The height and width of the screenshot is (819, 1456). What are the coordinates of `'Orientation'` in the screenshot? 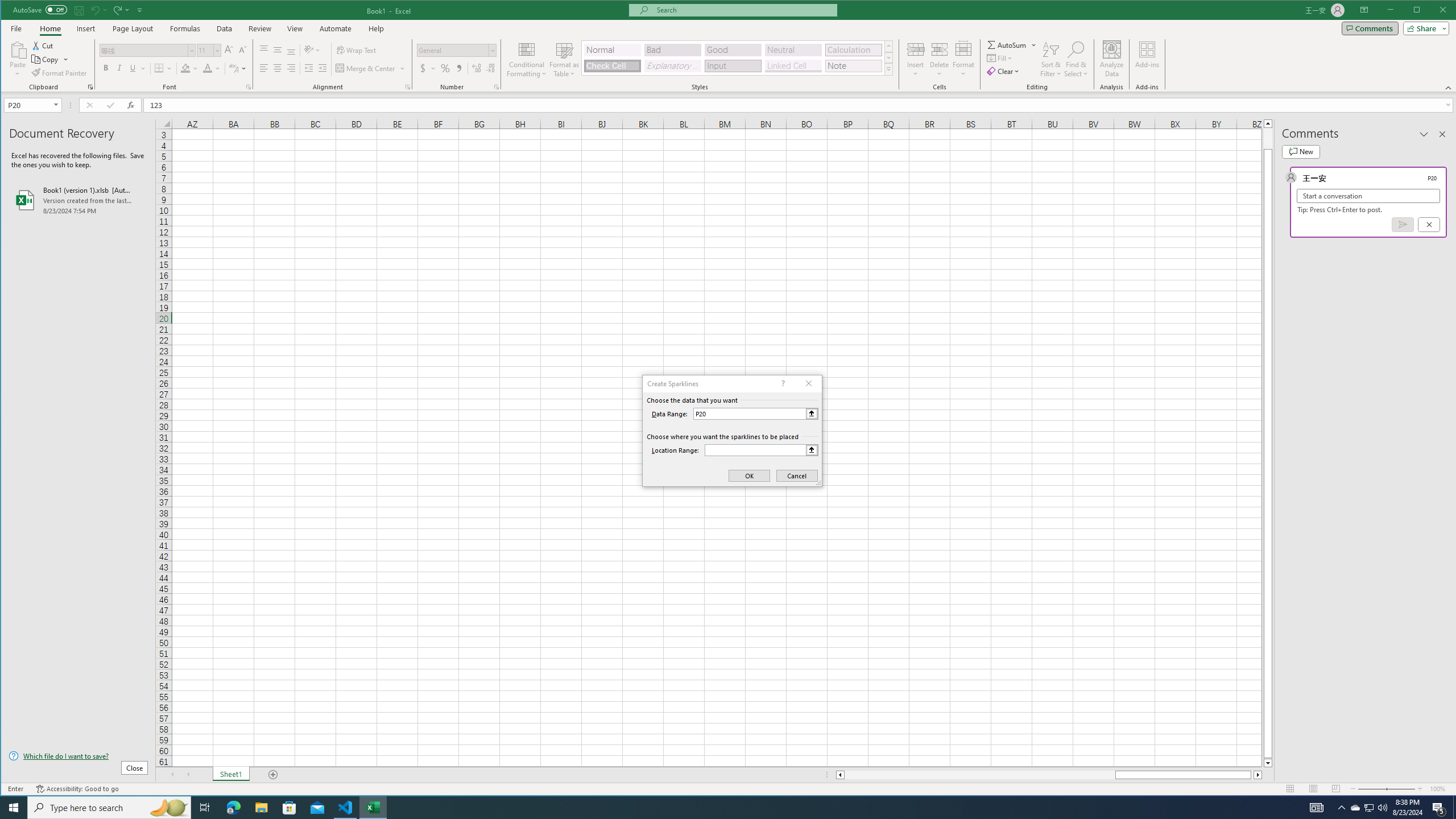 It's located at (313, 49).